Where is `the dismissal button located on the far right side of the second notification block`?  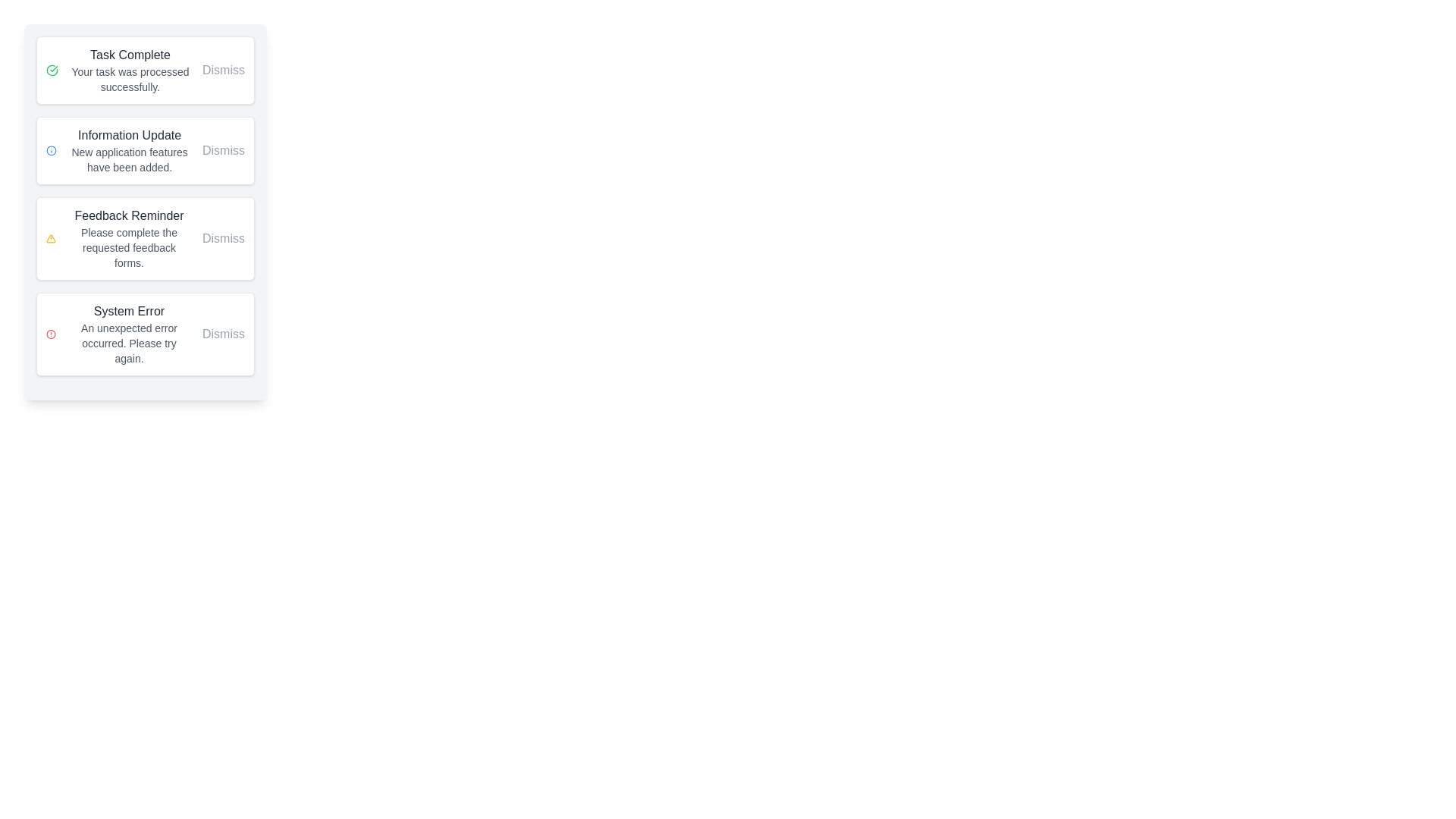 the dismissal button located on the far right side of the second notification block is located at coordinates (222, 151).